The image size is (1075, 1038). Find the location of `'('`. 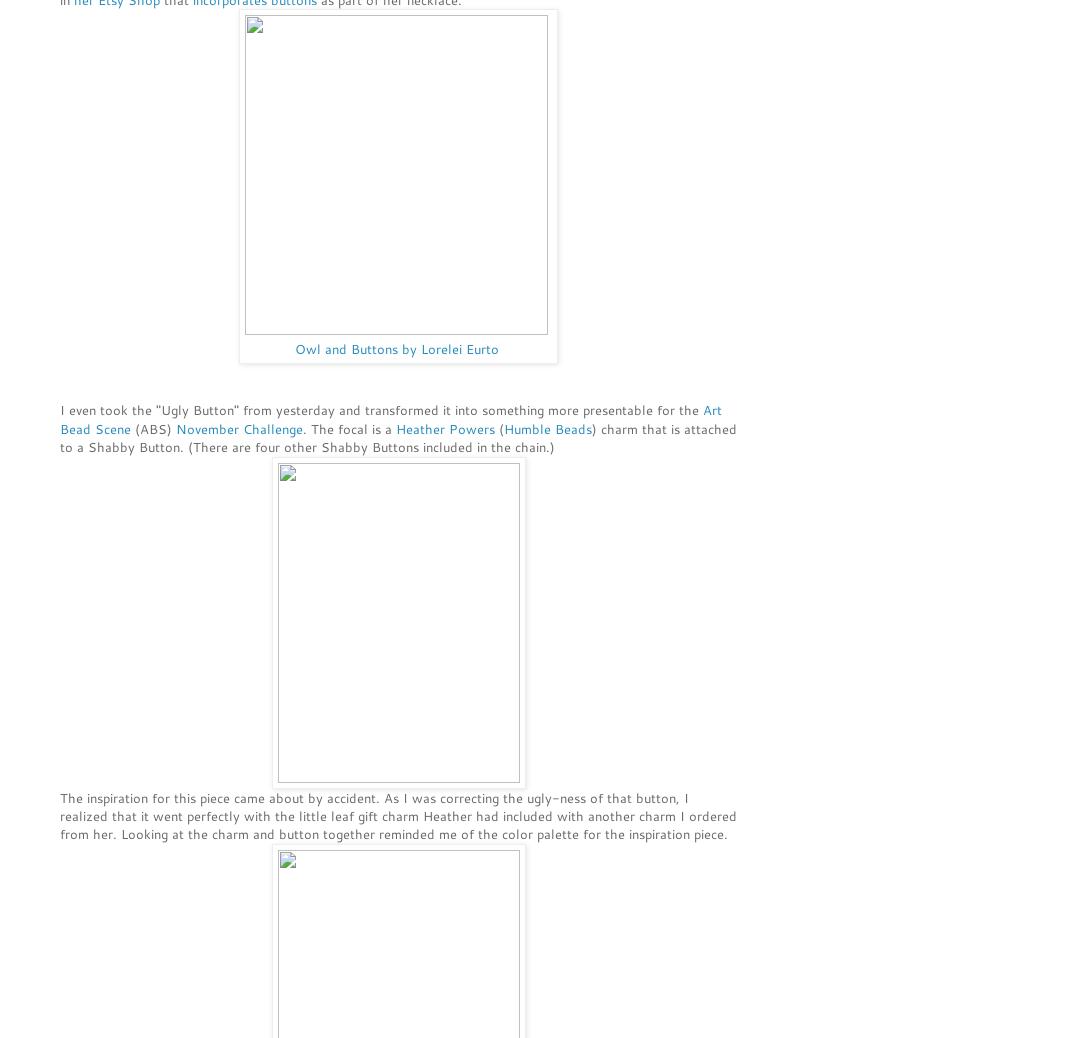

'(' is located at coordinates (494, 427).